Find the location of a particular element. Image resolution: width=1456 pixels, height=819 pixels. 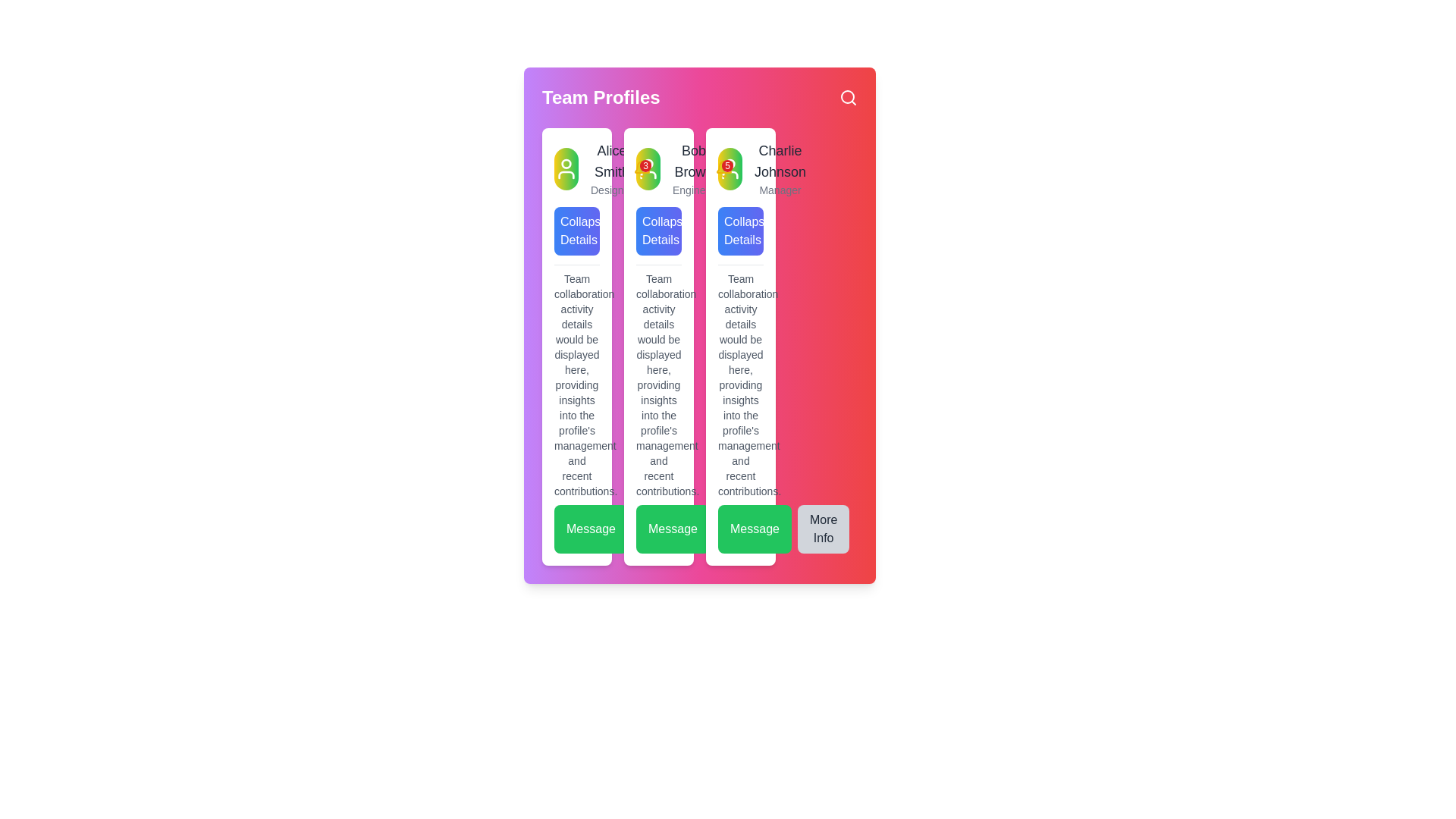

text label displaying the word 'Engineer' in a small-sized gray font, located under the name 'Bob Brown' in the middle column of the profile cards is located at coordinates (693, 189).